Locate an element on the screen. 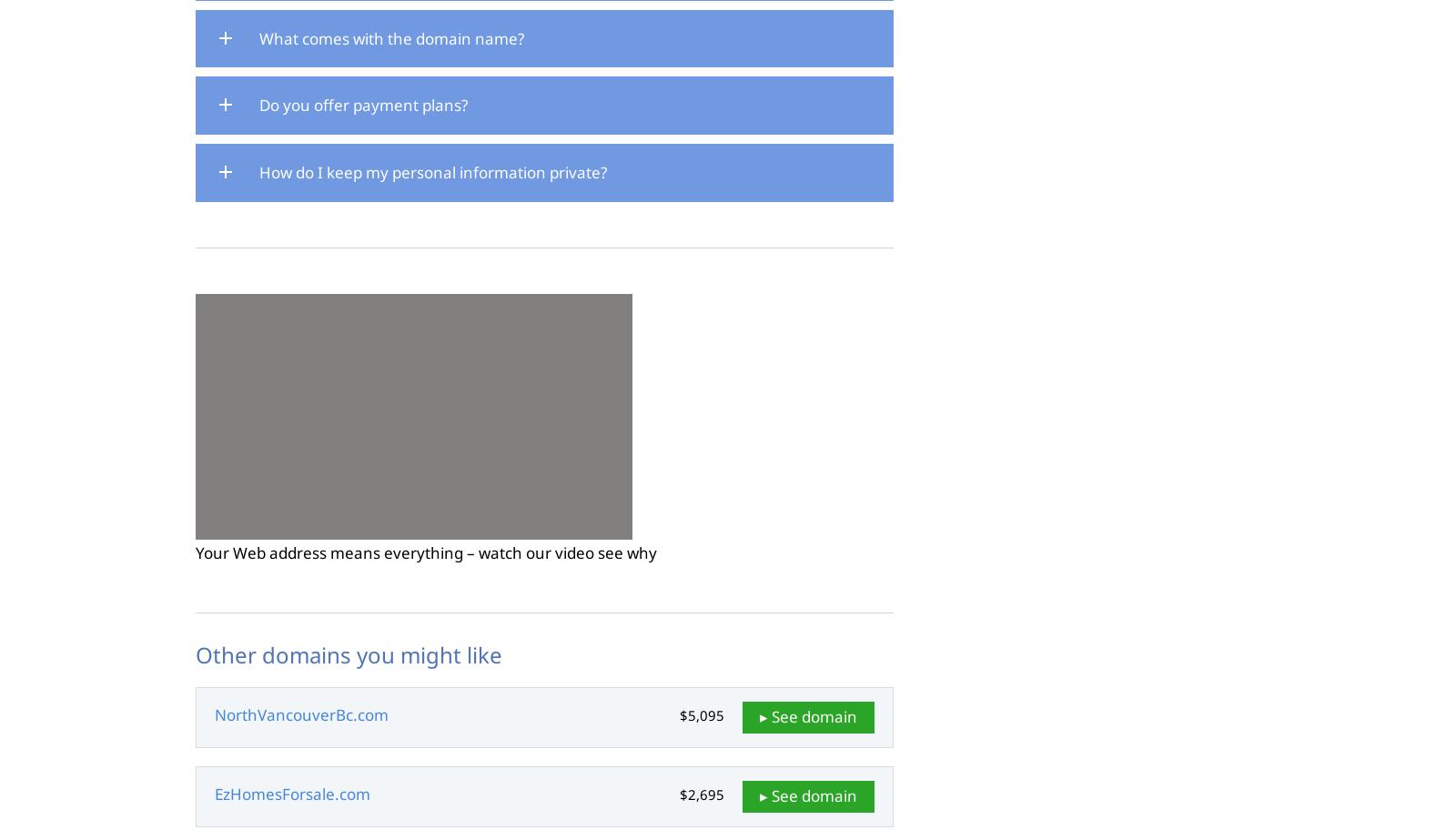 The height and width of the screenshot is (830, 1456). 'How do I keep my personal information private?' is located at coordinates (432, 172).